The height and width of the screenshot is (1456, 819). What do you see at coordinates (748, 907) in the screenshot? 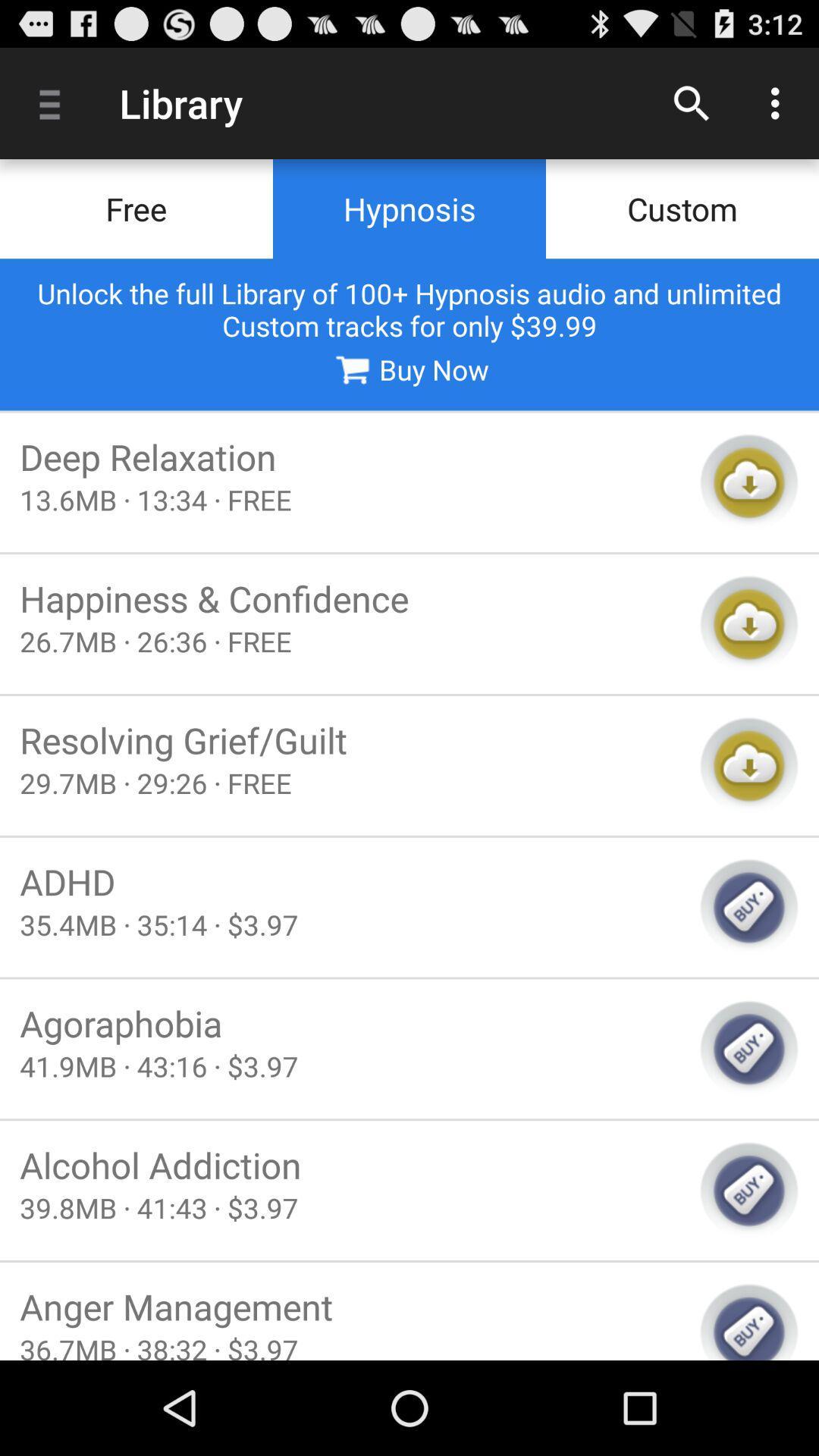
I see `buy track` at bounding box center [748, 907].